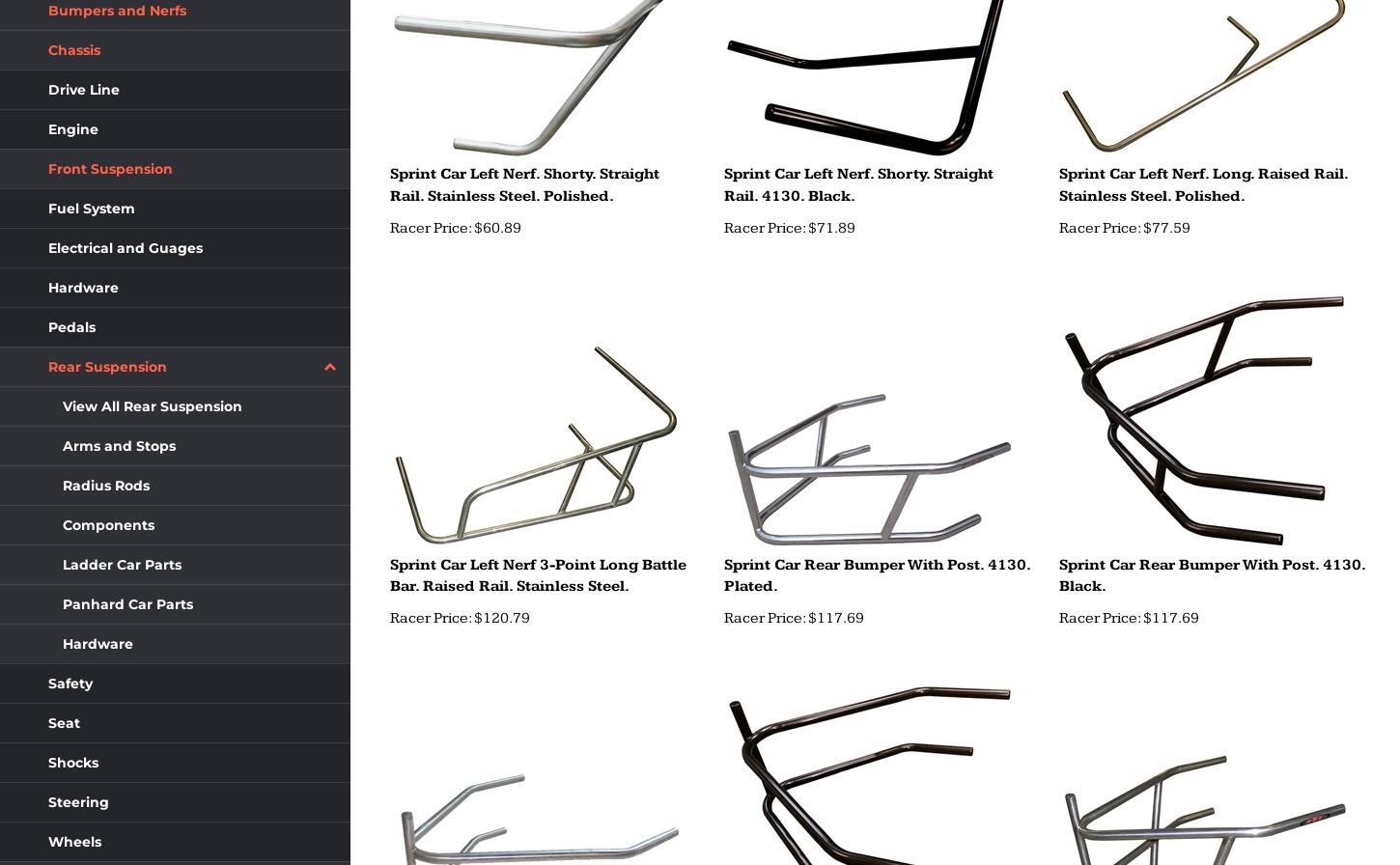  I want to click on 'Sprint Car Left Nerf. Long. Raised Rail.  Stainless Steel.  Polished.', so click(1202, 184).